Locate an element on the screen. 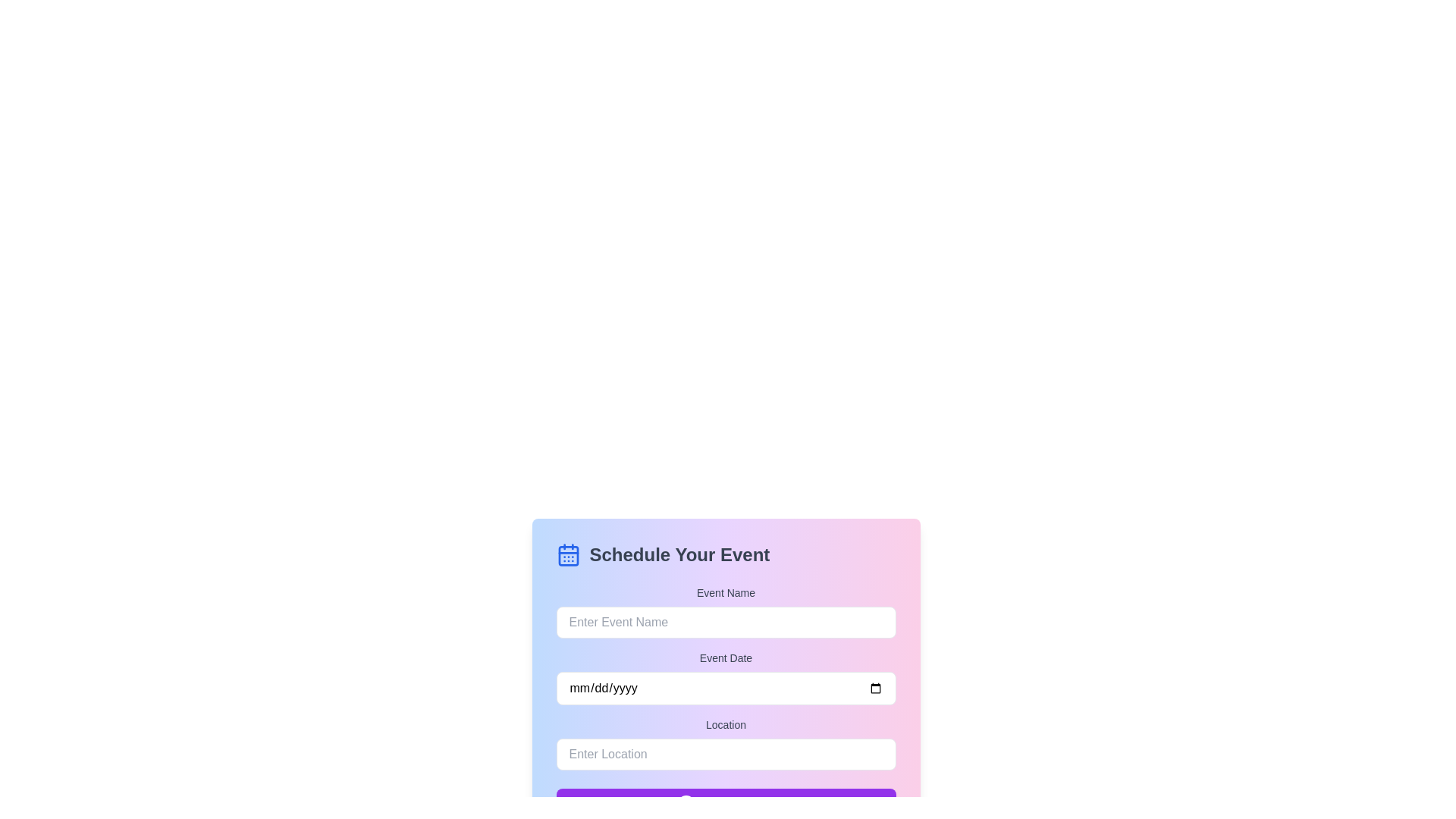 Image resolution: width=1456 pixels, height=819 pixels. the 'Location' text input field is located at coordinates (725, 742).